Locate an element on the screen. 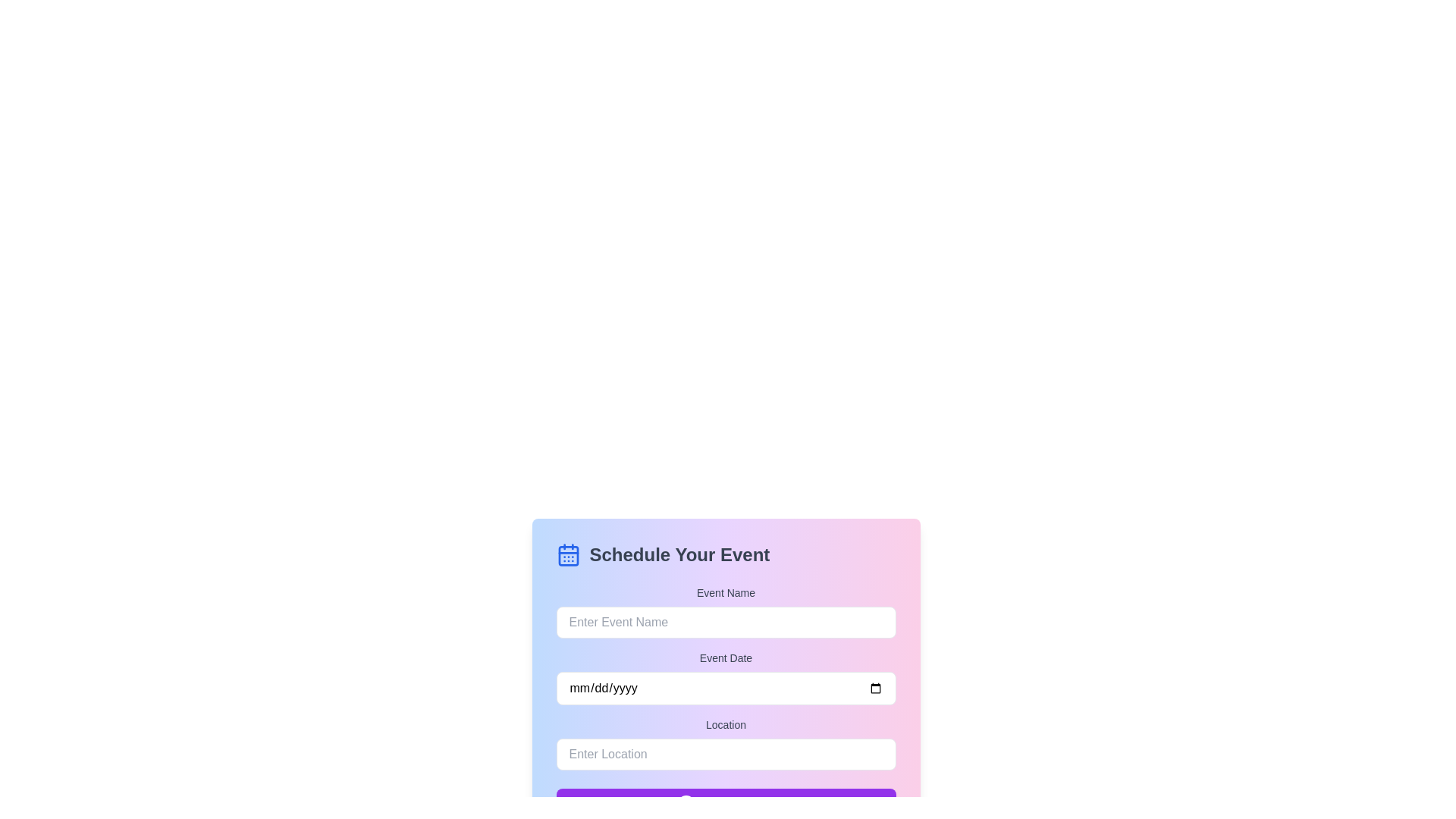 Image resolution: width=1456 pixels, height=819 pixels. the 'Location' text input field is located at coordinates (725, 742).